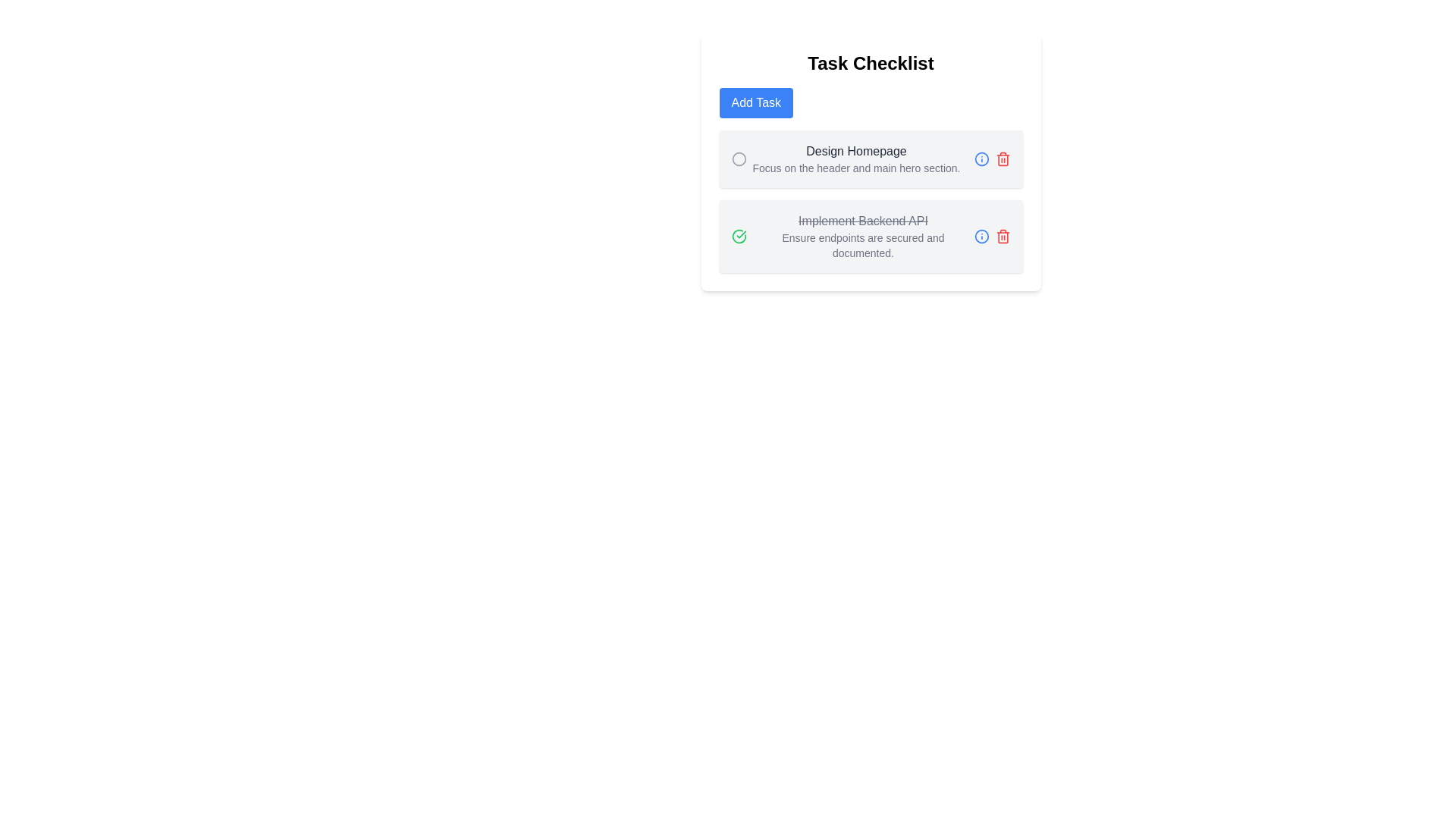  I want to click on the completed task entry in the checklist that has a strikethrough style, located below the checkmark icon and aligned to the left of a circular button, so click(863, 237).